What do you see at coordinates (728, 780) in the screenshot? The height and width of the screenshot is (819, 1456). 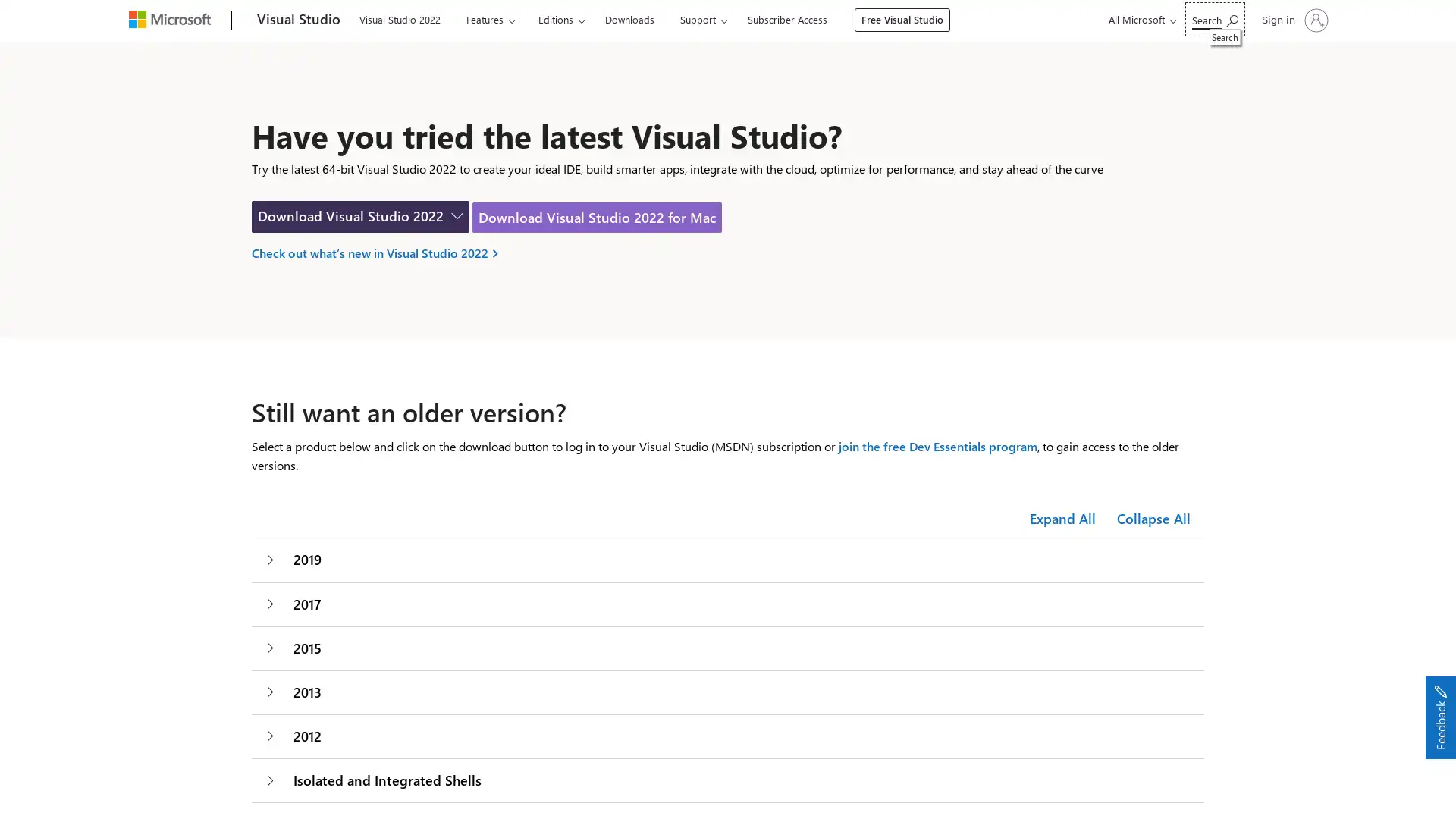 I see `Isolated and Integrated Shells` at bounding box center [728, 780].